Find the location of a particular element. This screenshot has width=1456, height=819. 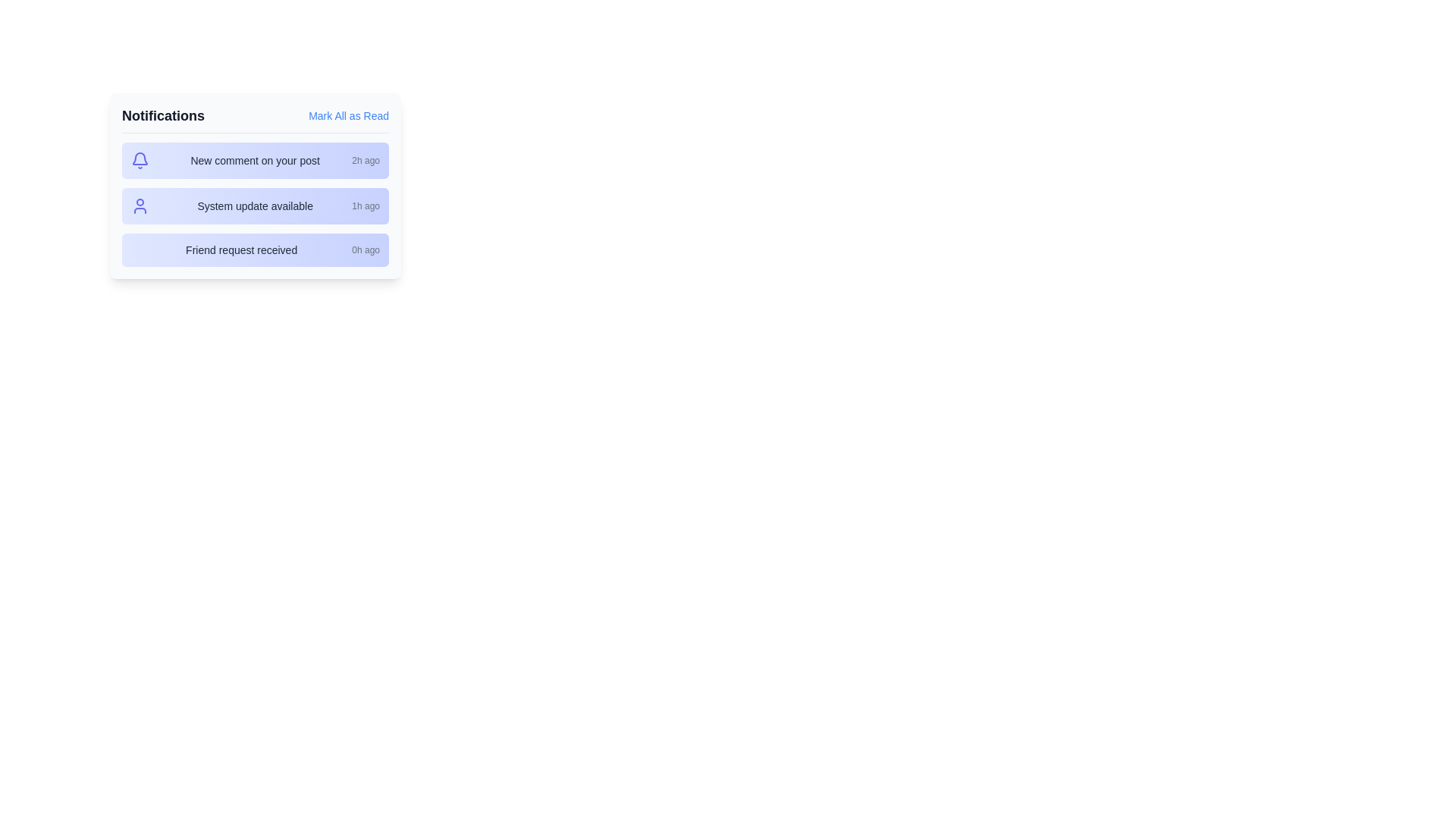

the first static notification entry in the vertically stacked list of notifications that informs the user about a new comment on their post is located at coordinates (255, 161).